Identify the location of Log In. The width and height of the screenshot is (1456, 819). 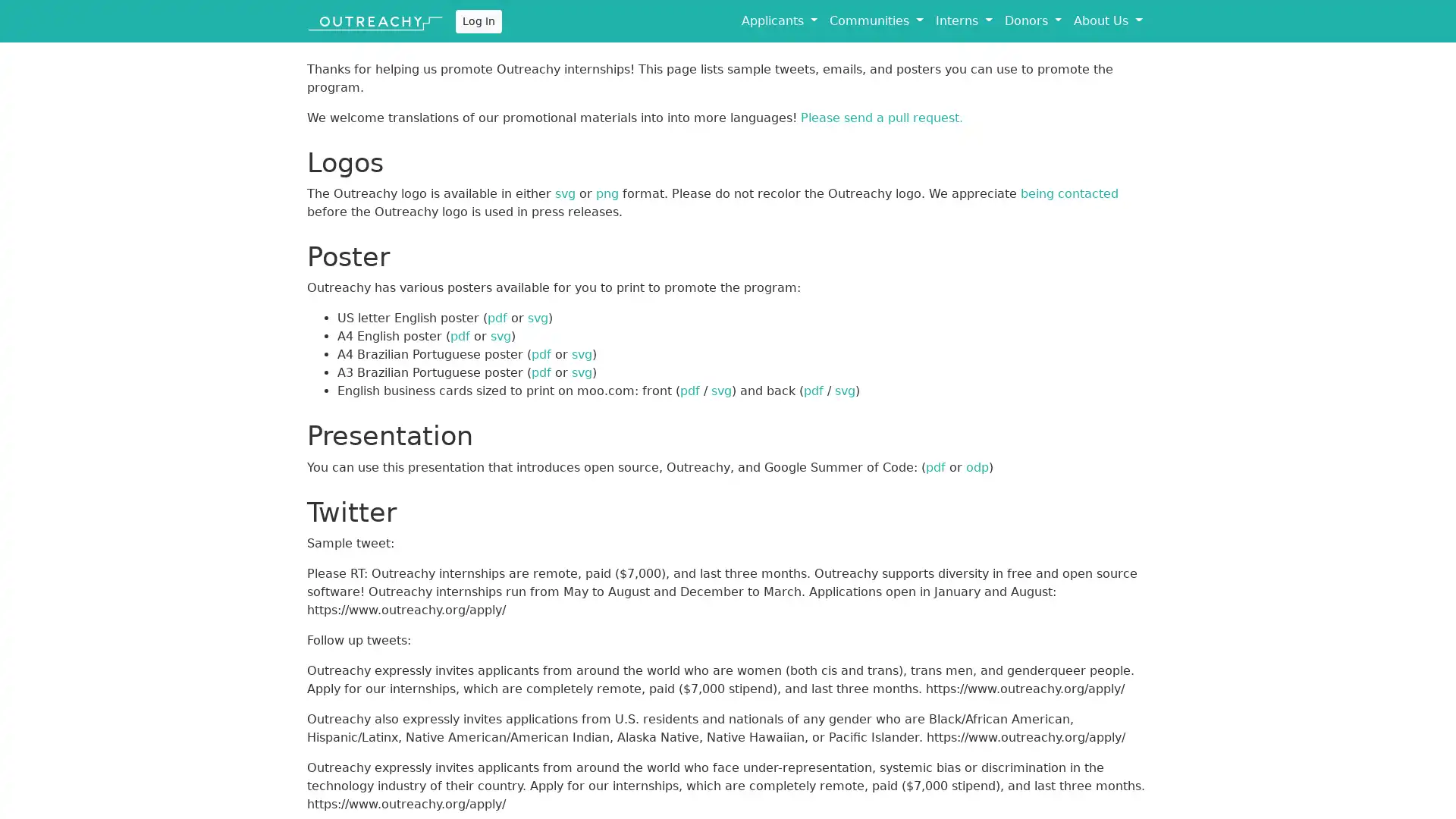
(478, 20).